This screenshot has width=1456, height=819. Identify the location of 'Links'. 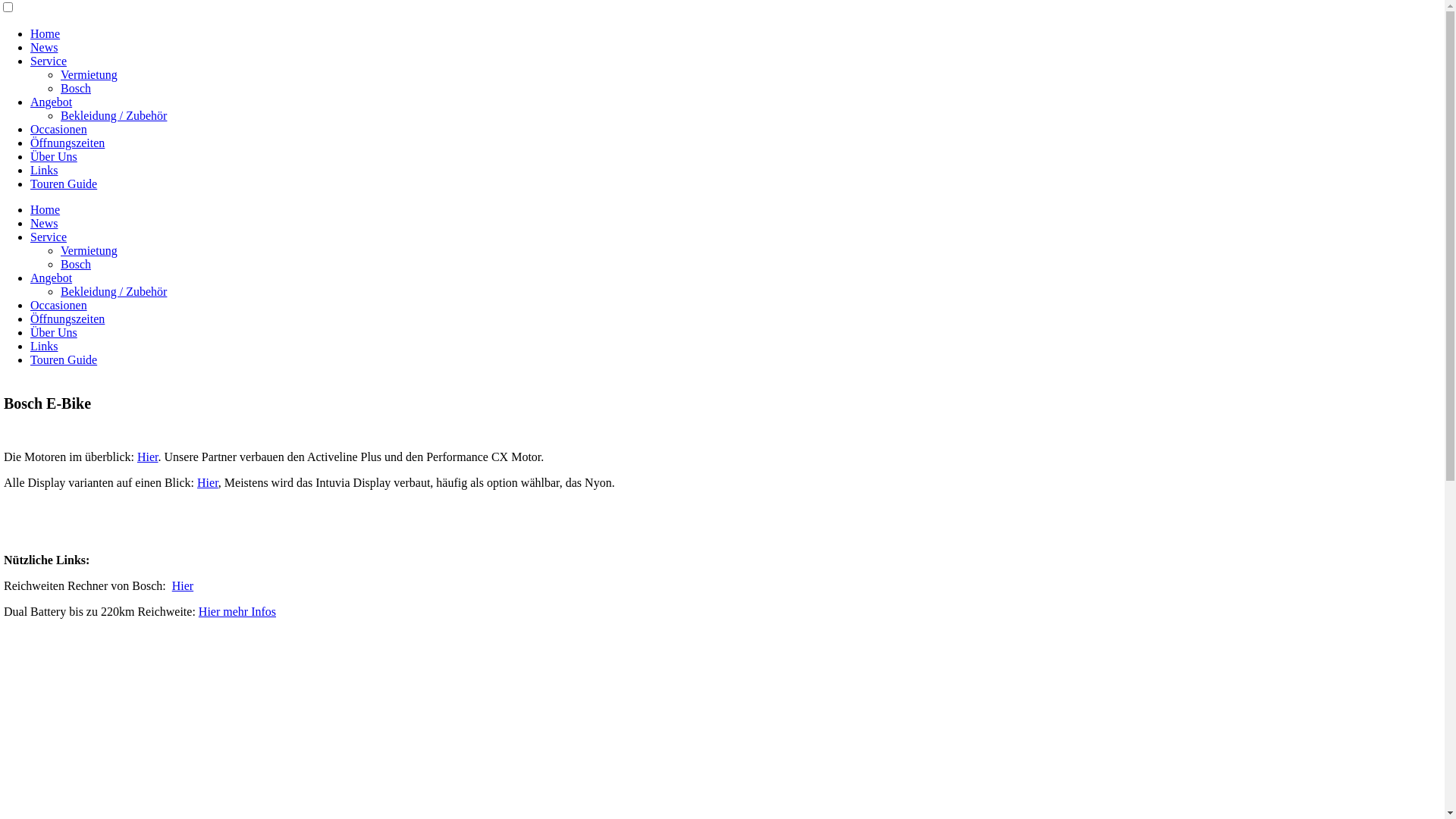
(43, 170).